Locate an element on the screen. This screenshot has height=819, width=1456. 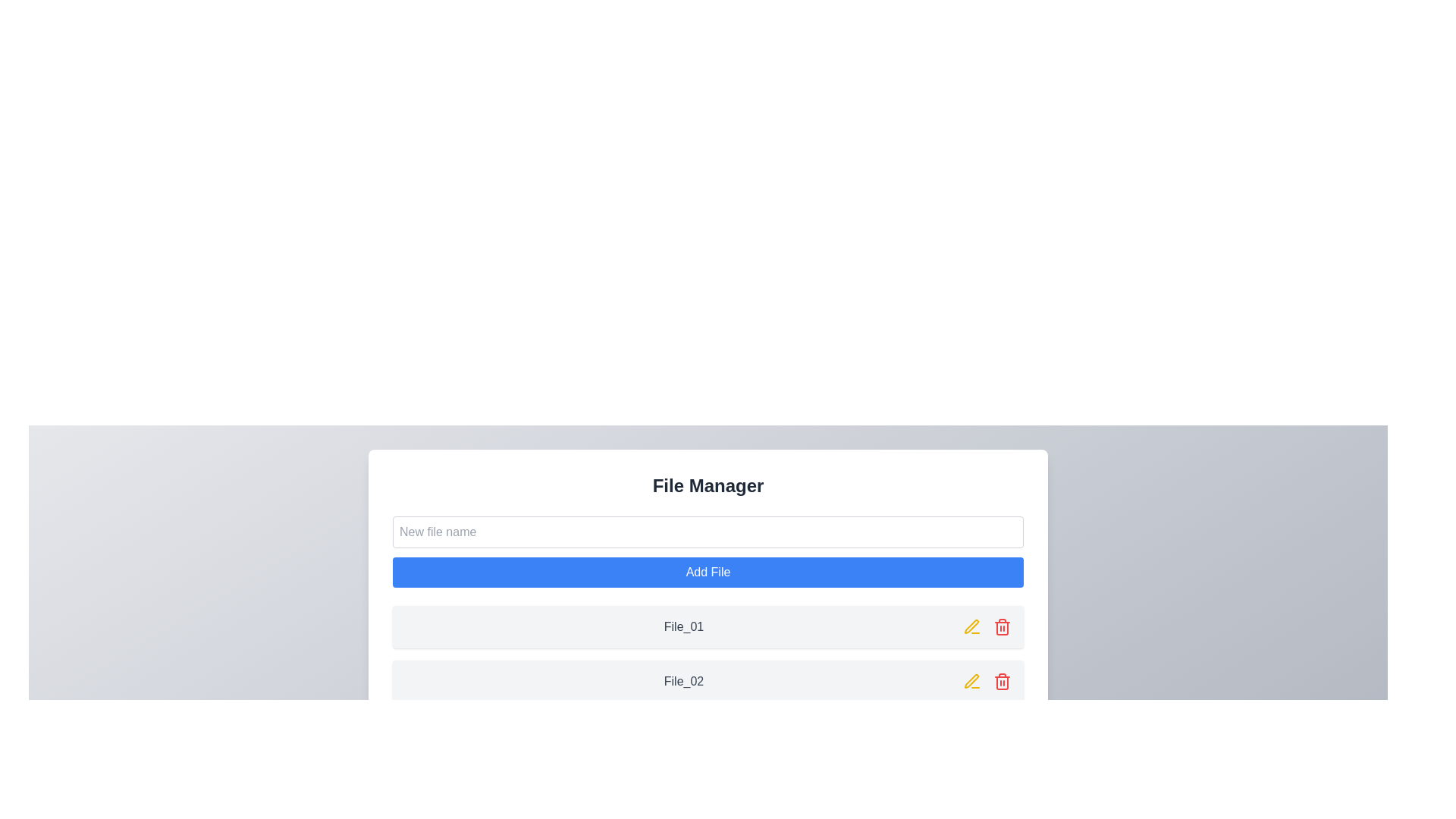
the trash icon associated with the file 'File_02', which is a red icon located in the second row of files is located at coordinates (1002, 683).